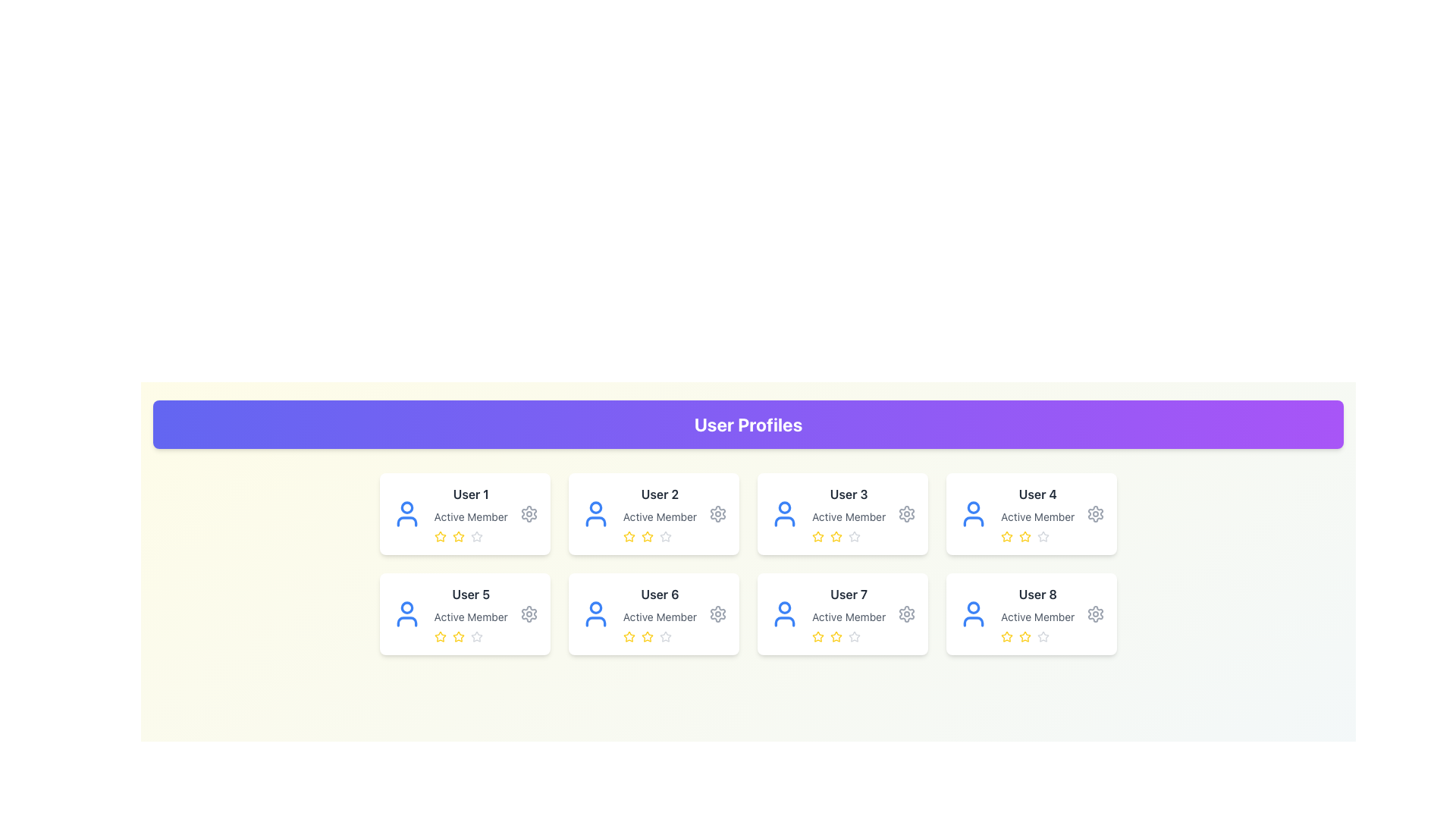  Describe the element at coordinates (907, 614) in the screenshot. I see `the gear icon located in the top-right corner of 'User 7's profile card` at that location.